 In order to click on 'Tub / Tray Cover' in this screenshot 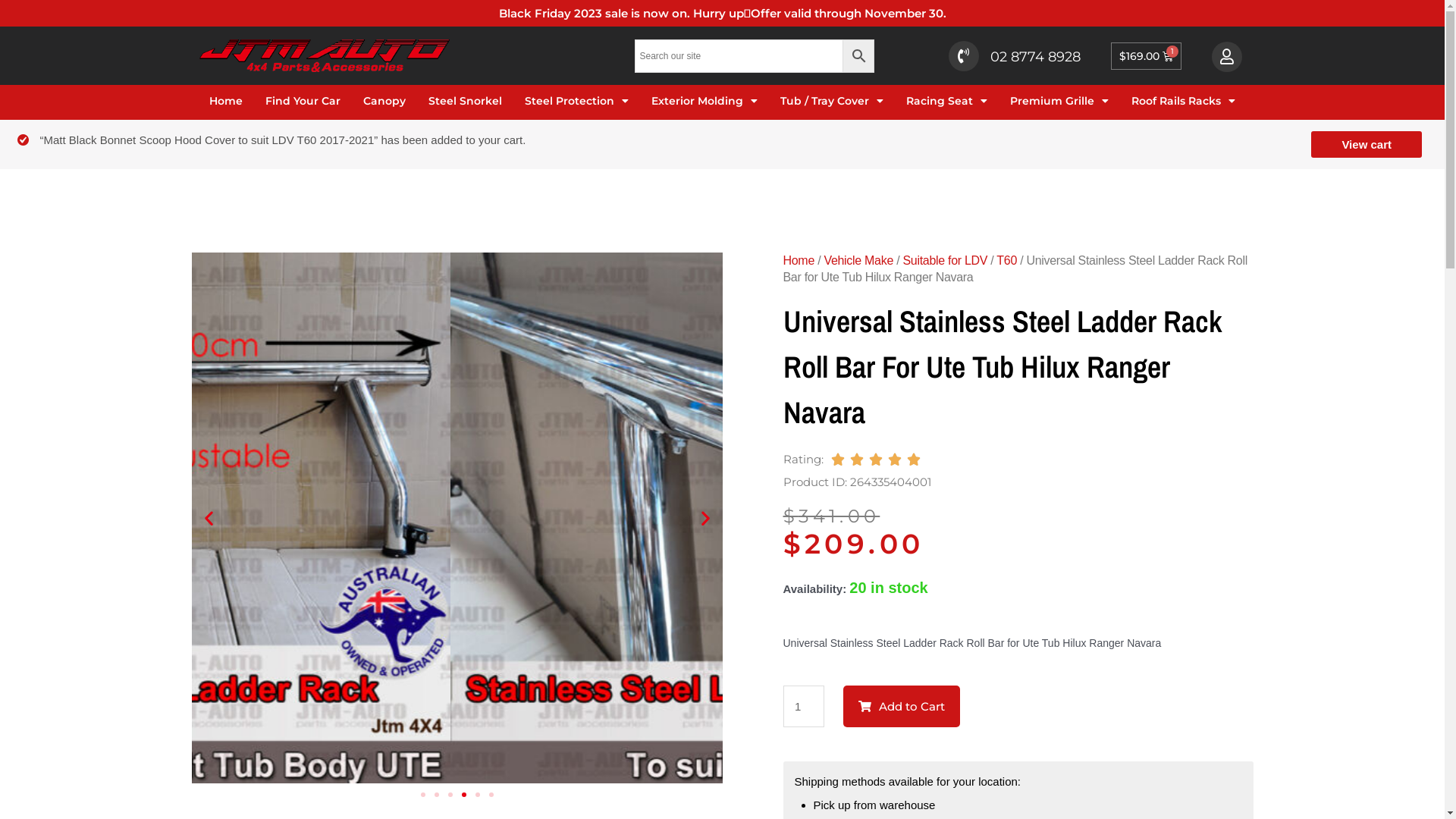, I will do `click(831, 101)`.